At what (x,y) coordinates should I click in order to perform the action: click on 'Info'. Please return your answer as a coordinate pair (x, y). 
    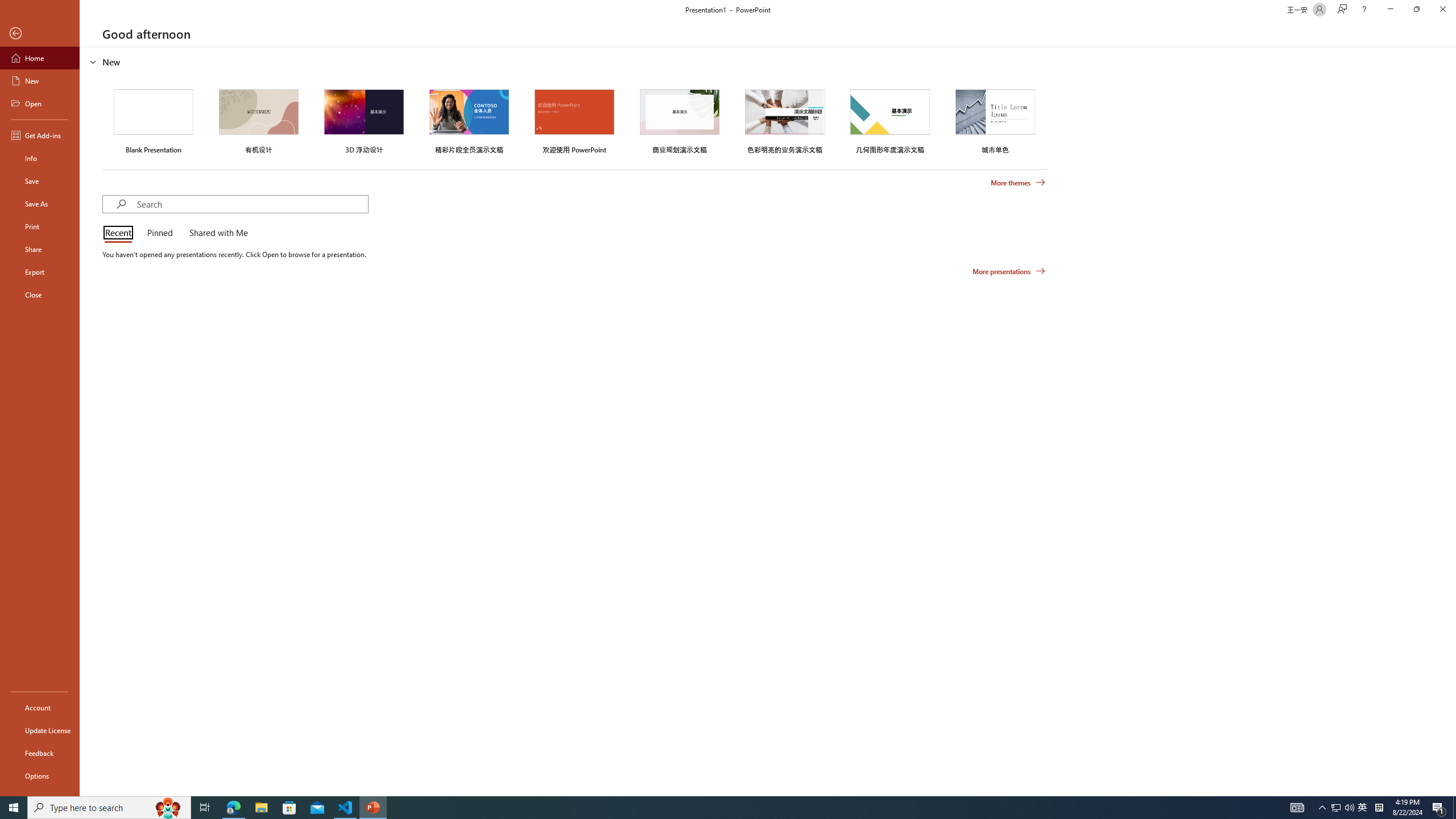
    Looking at the image, I should click on (39, 157).